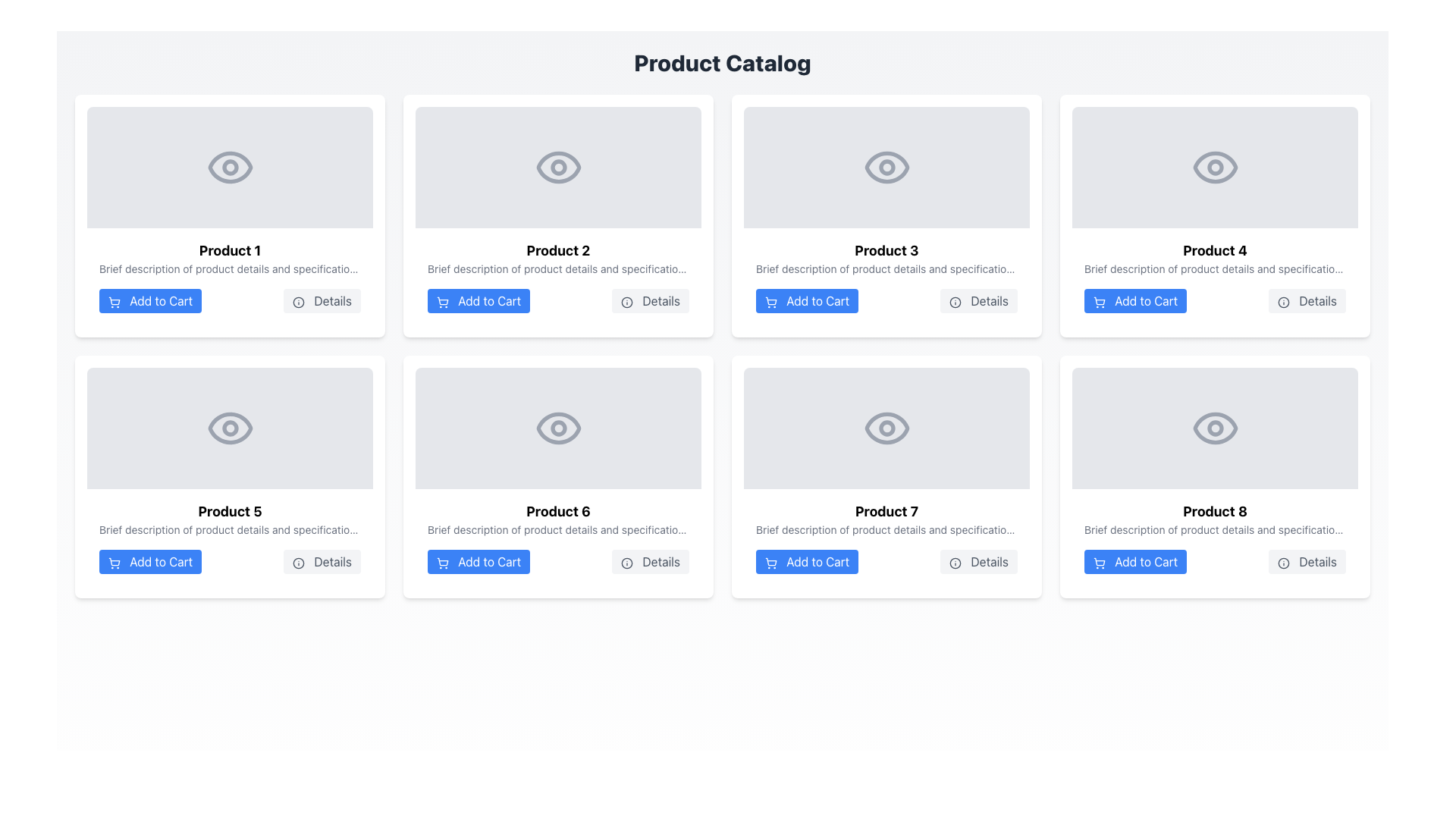 The image size is (1456, 819). Describe the element at coordinates (229, 561) in the screenshot. I see `the 'Details' button located on the right side of the interactive area at the bottom of the 'Product 5' card` at that location.